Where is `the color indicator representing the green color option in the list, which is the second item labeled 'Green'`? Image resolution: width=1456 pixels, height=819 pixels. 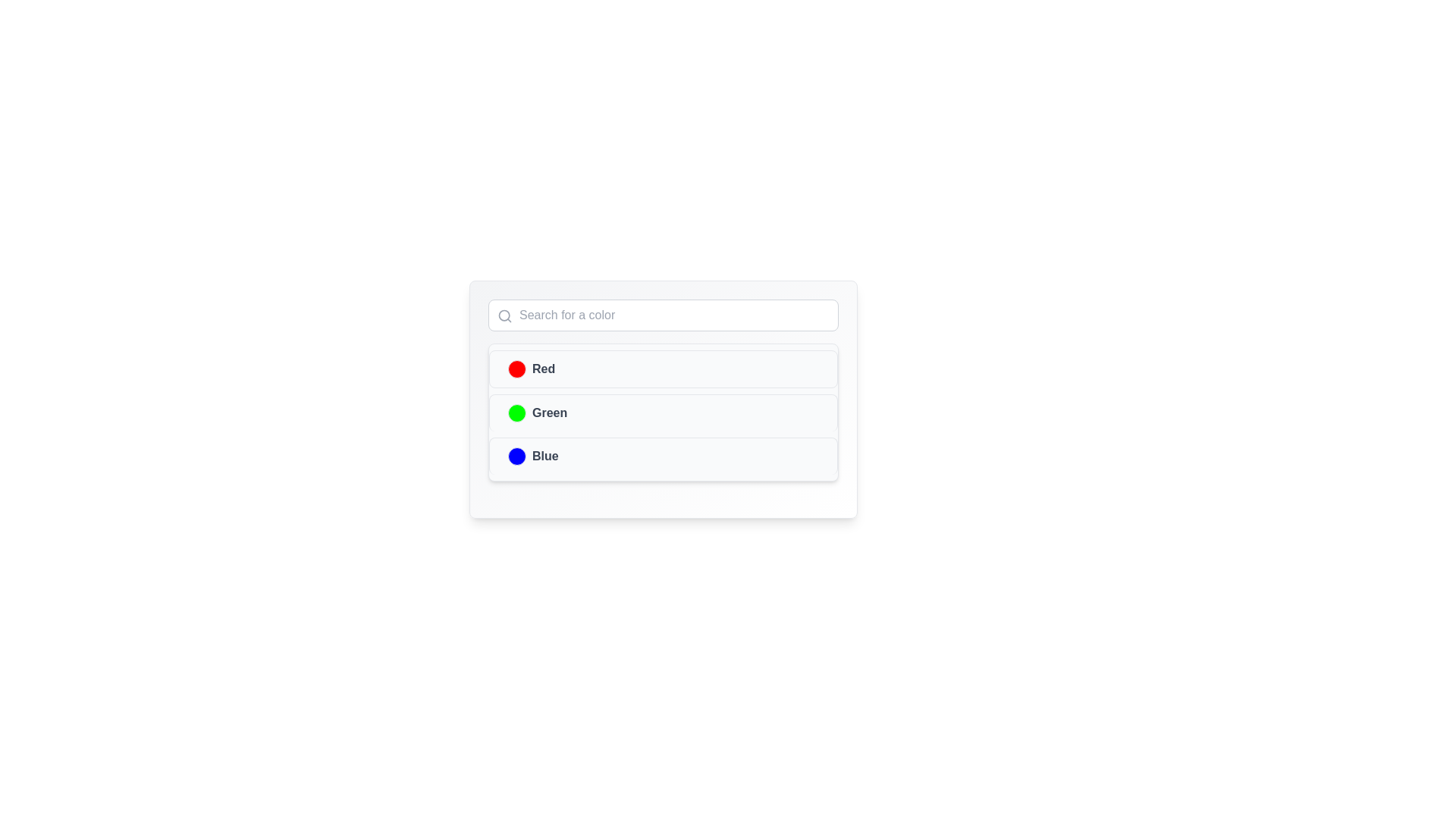
the color indicator representing the green color option in the list, which is the second item labeled 'Green' is located at coordinates (516, 413).